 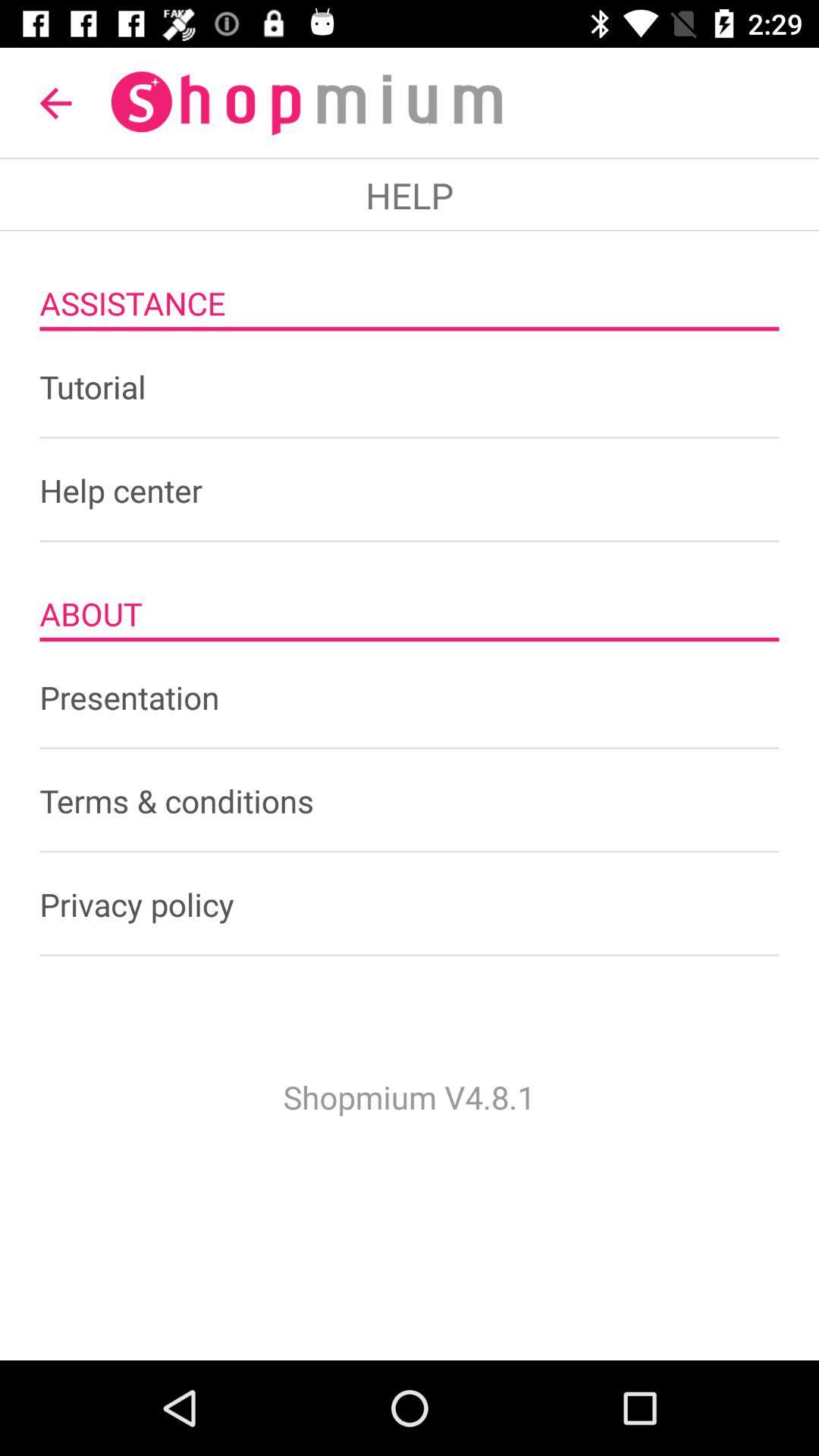 What do you see at coordinates (409, 490) in the screenshot?
I see `the item below tutorial item` at bounding box center [409, 490].